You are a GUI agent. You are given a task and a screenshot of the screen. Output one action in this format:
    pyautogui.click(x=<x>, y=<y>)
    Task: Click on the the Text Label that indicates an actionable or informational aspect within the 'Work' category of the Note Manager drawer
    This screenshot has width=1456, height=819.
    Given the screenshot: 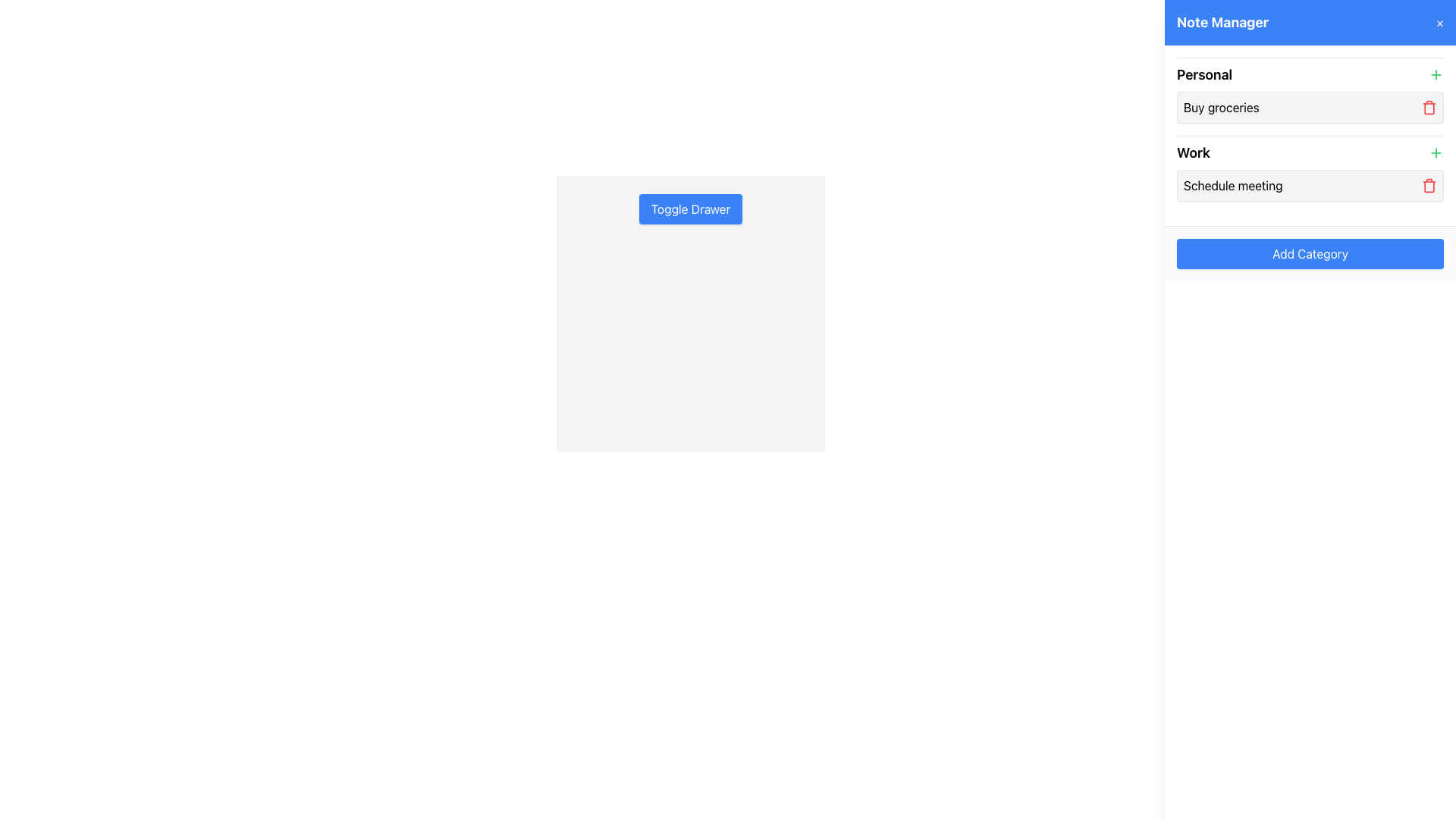 What is the action you would take?
    pyautogui.click(x=1233, y=185)
    